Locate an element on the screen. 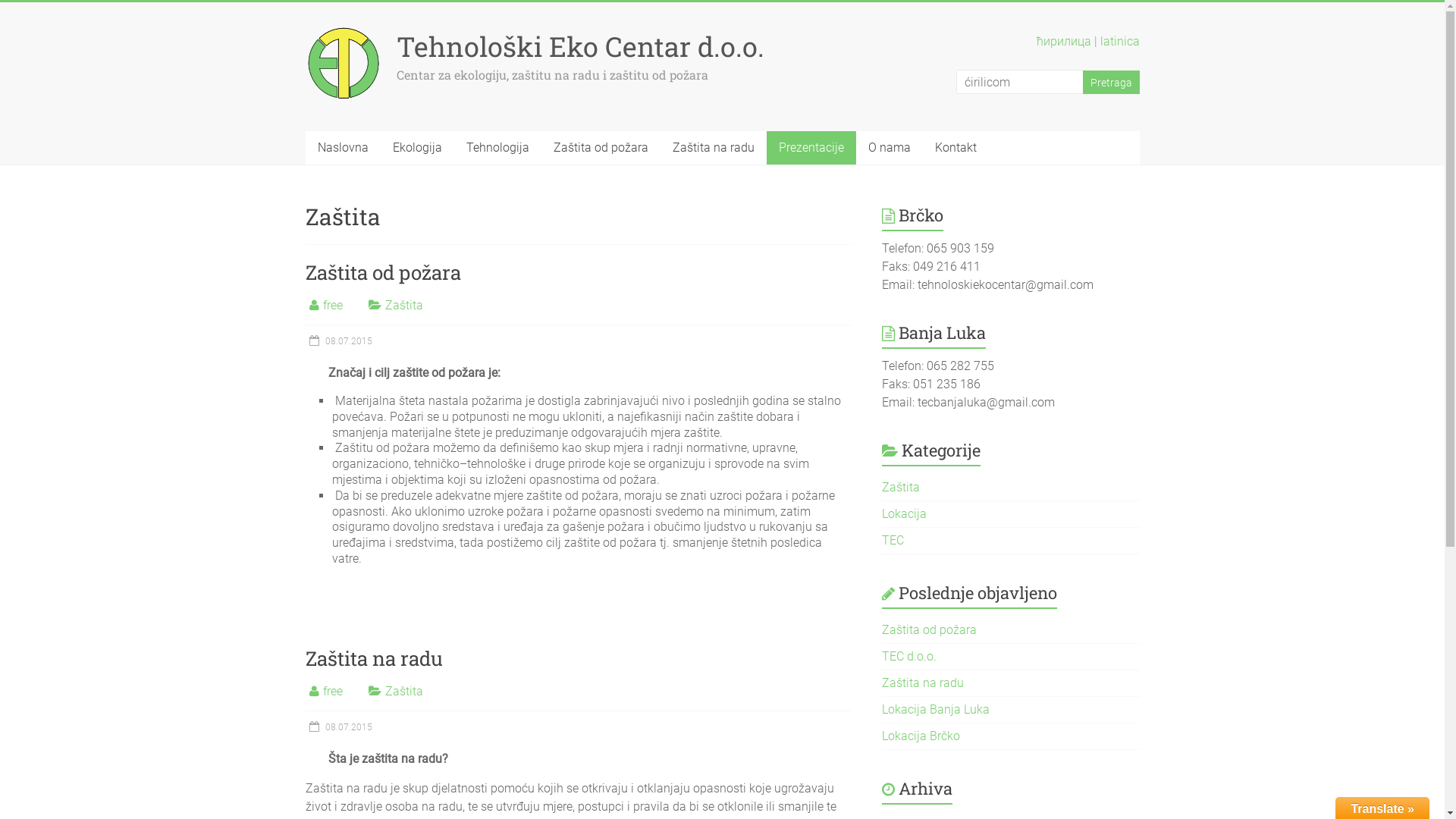  'Lokacija' is located at coordinates (904, 513).